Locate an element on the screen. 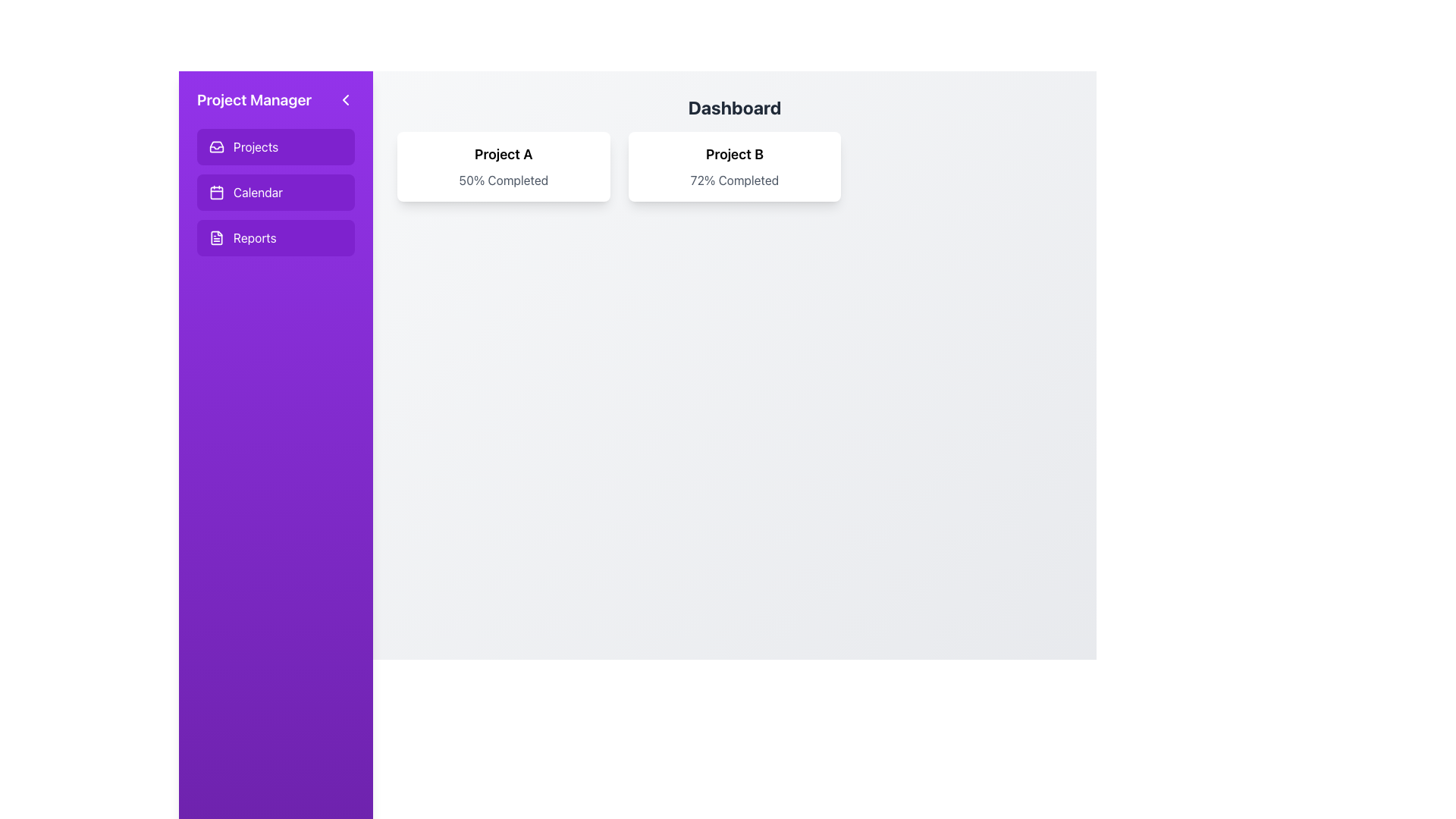 This screenshot has height=819, width=1456. the third button in the vertical list on the leftmost panel to change its appearance, which navigates to the 'Reports' section is located at coordinates (276, 237).